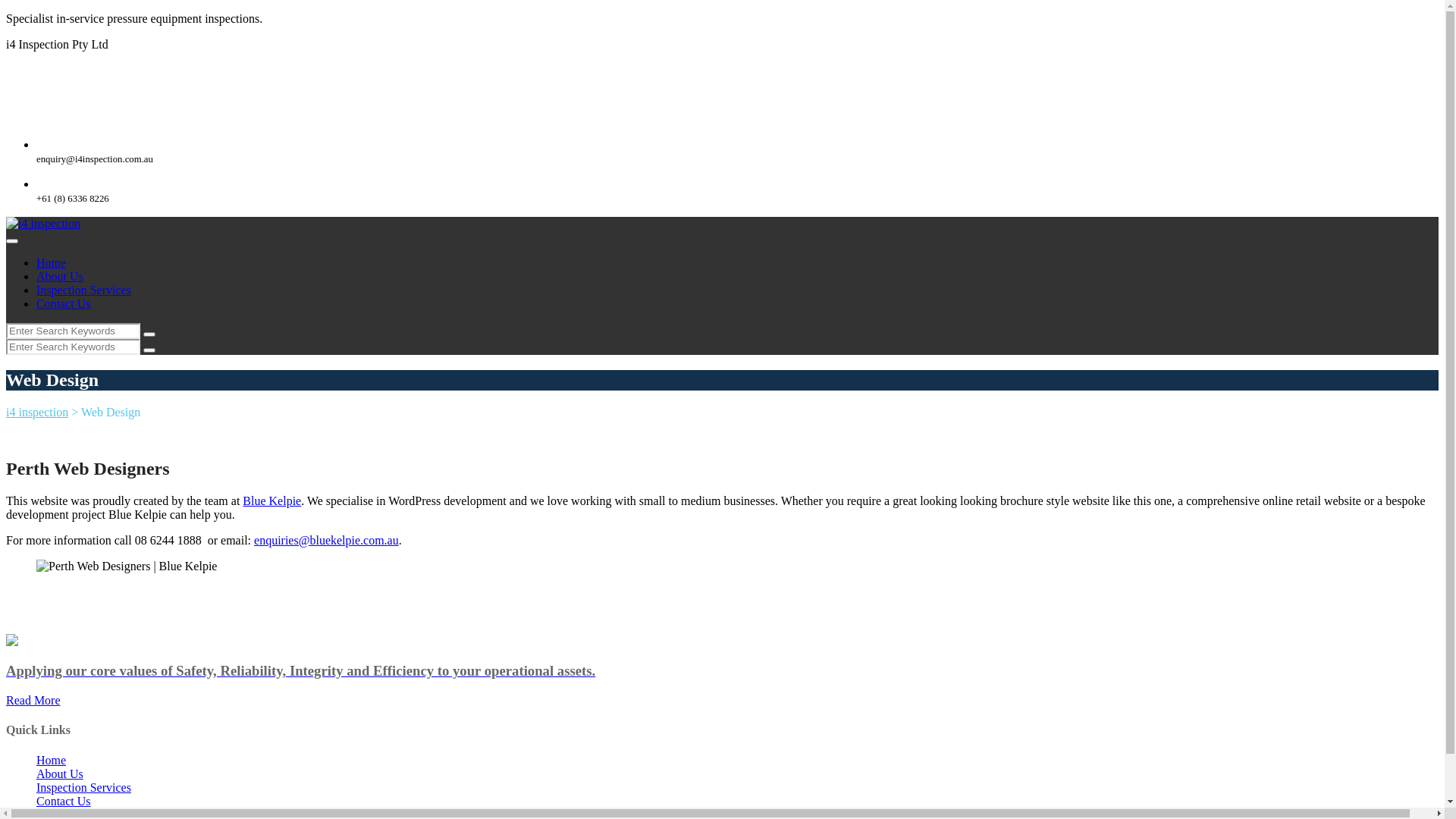 The image size is (1456, 819). Describe the element at coordinates (127, 566) in the screenshot. I see `'Perth Web Designers | Blue Kelpie'` at that location.